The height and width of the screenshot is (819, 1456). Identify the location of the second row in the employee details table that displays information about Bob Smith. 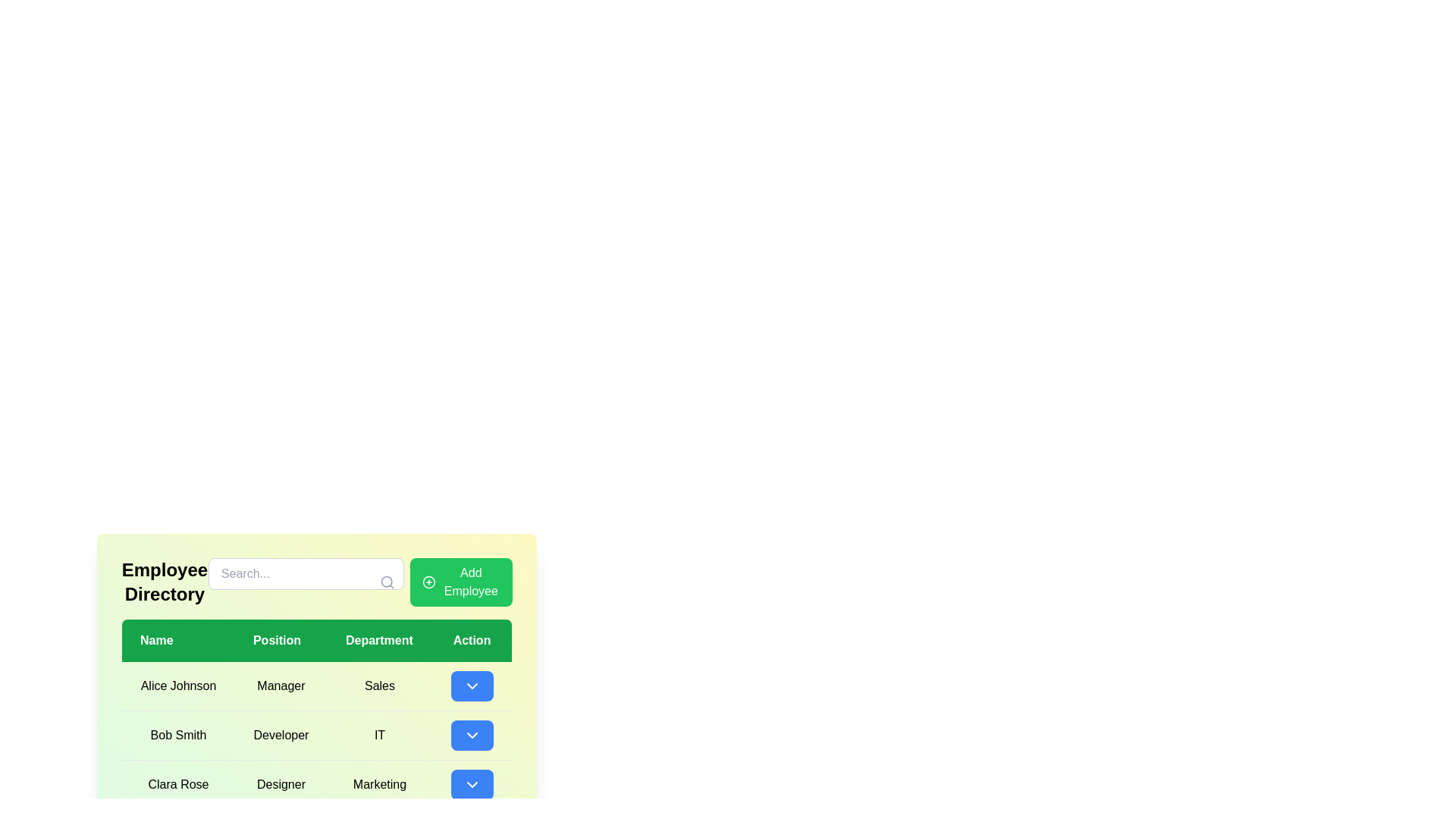
(315, 734).